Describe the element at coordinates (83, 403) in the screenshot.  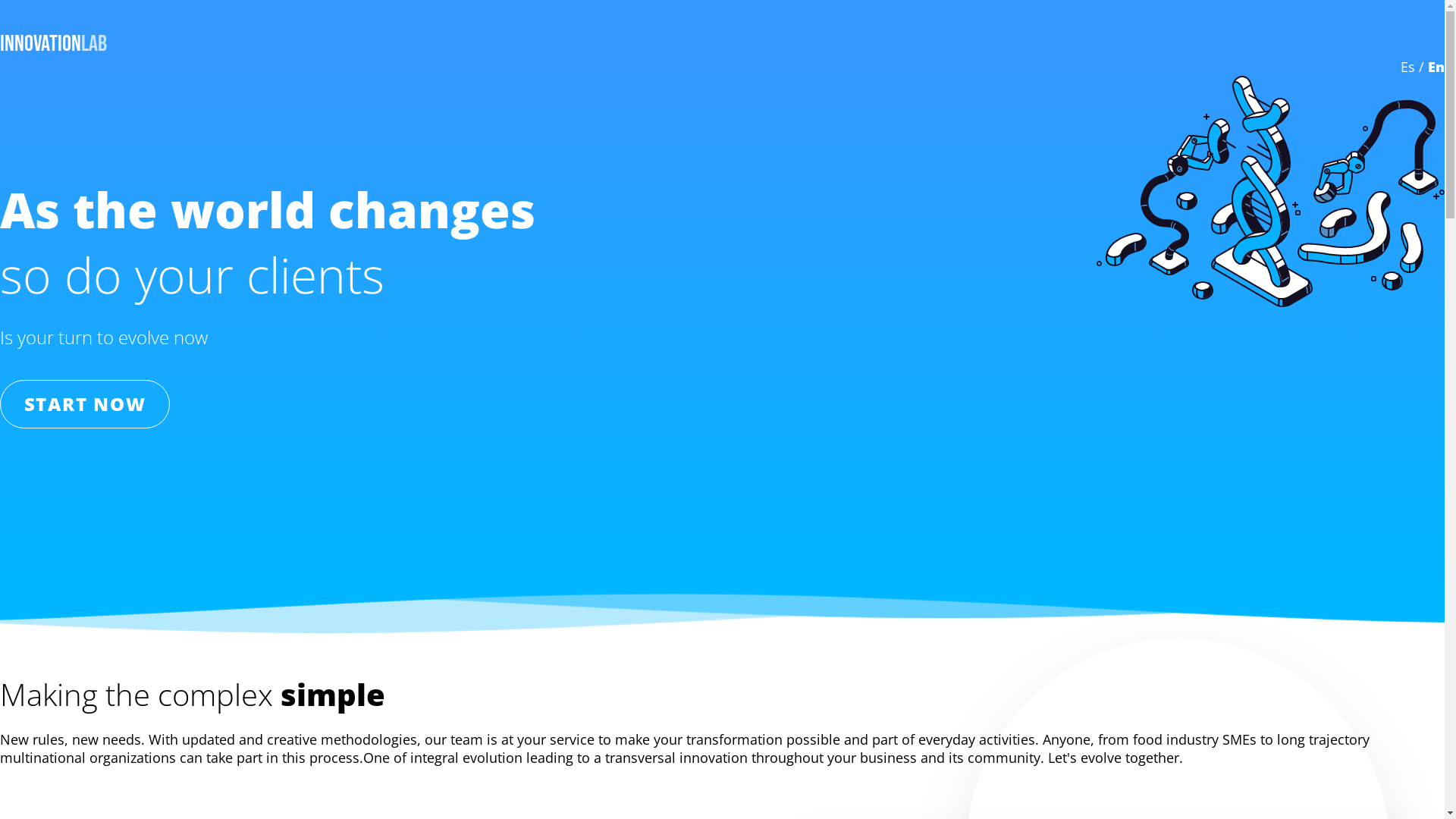
I see `'START NOW'` at that location.